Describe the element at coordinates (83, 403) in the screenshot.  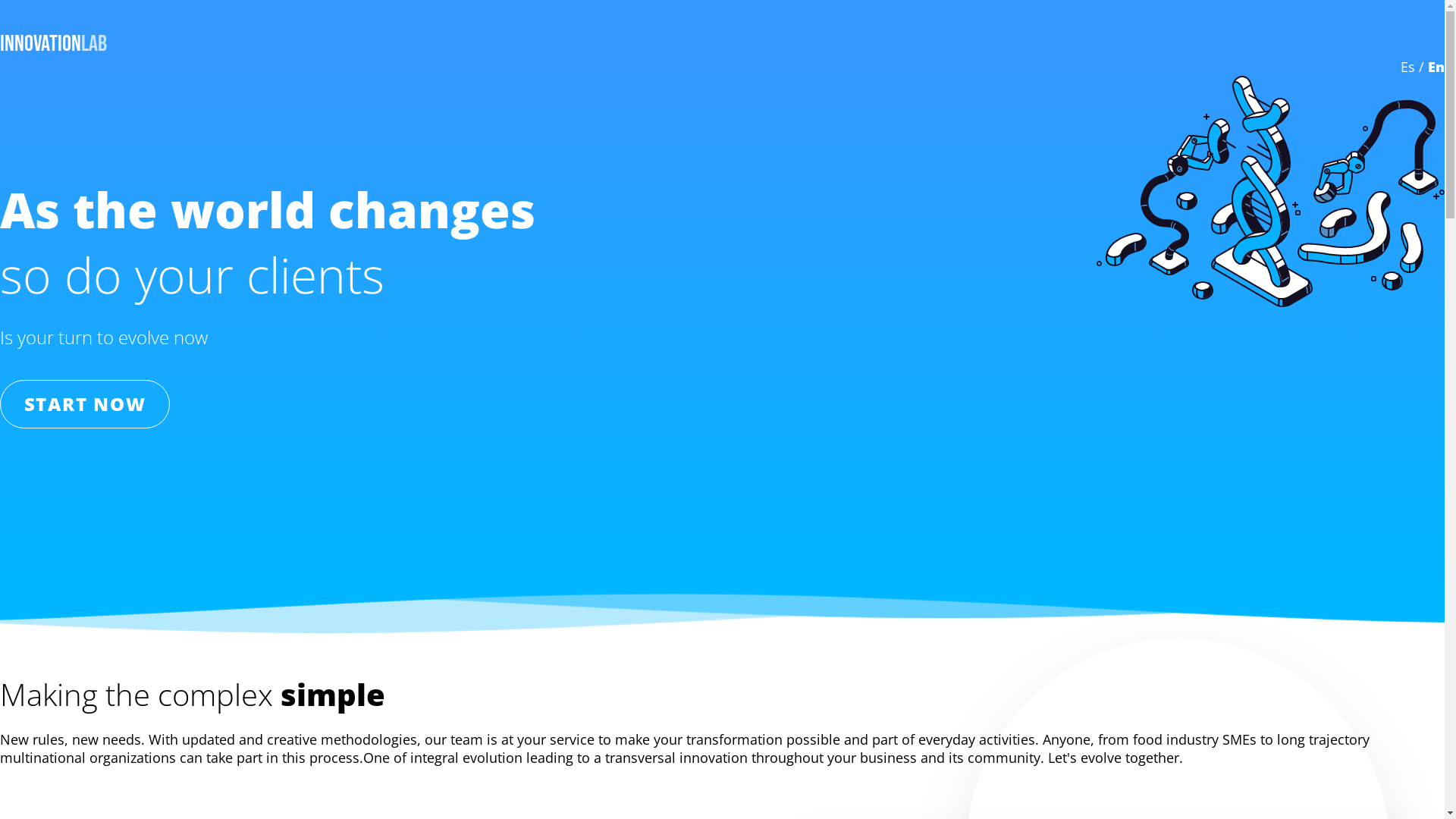
I see `'START NOW'` at that location.